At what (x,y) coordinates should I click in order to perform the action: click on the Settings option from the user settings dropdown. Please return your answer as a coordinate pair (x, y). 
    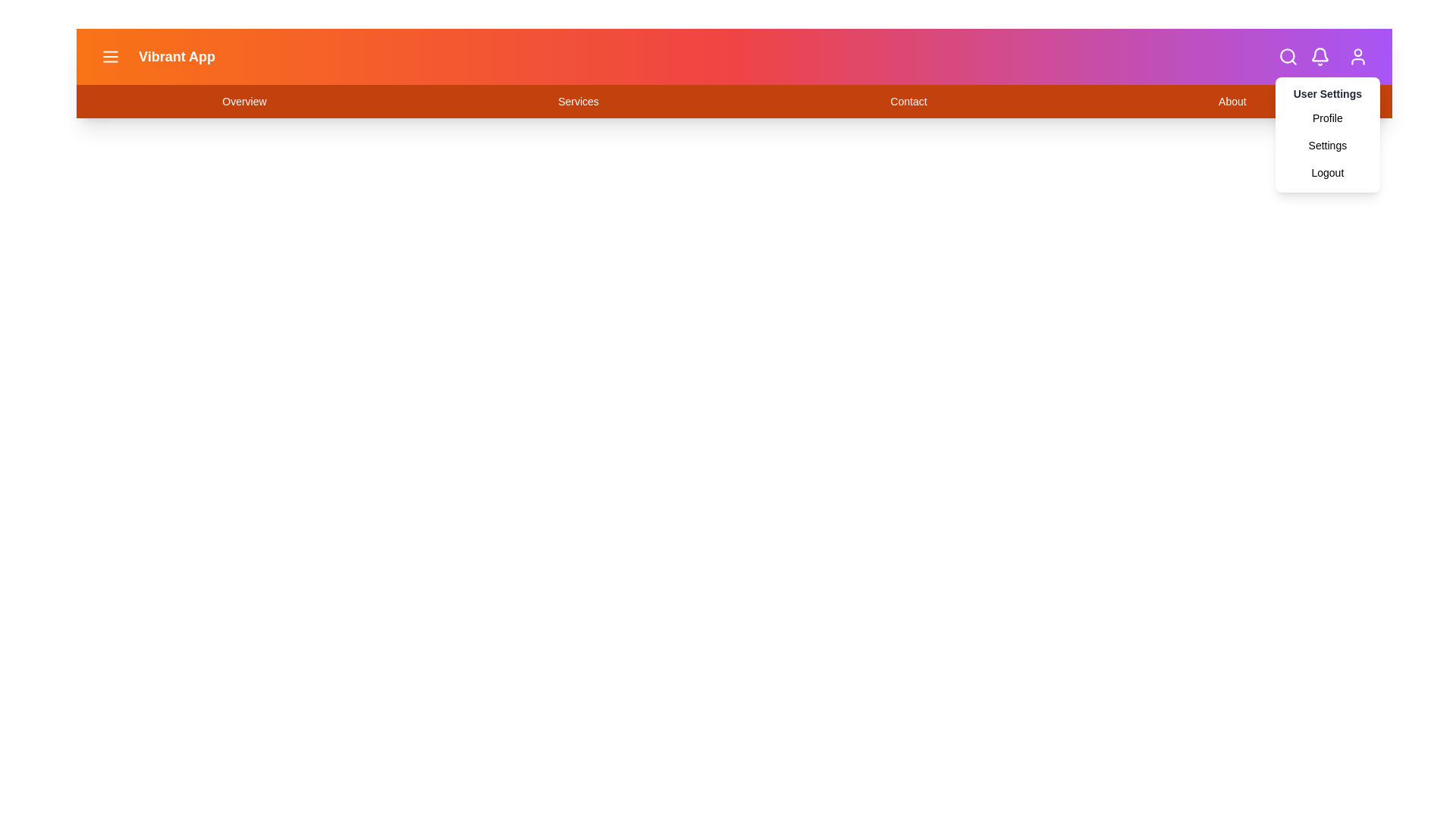
    Looking at the image, I should click on (1326, 146).